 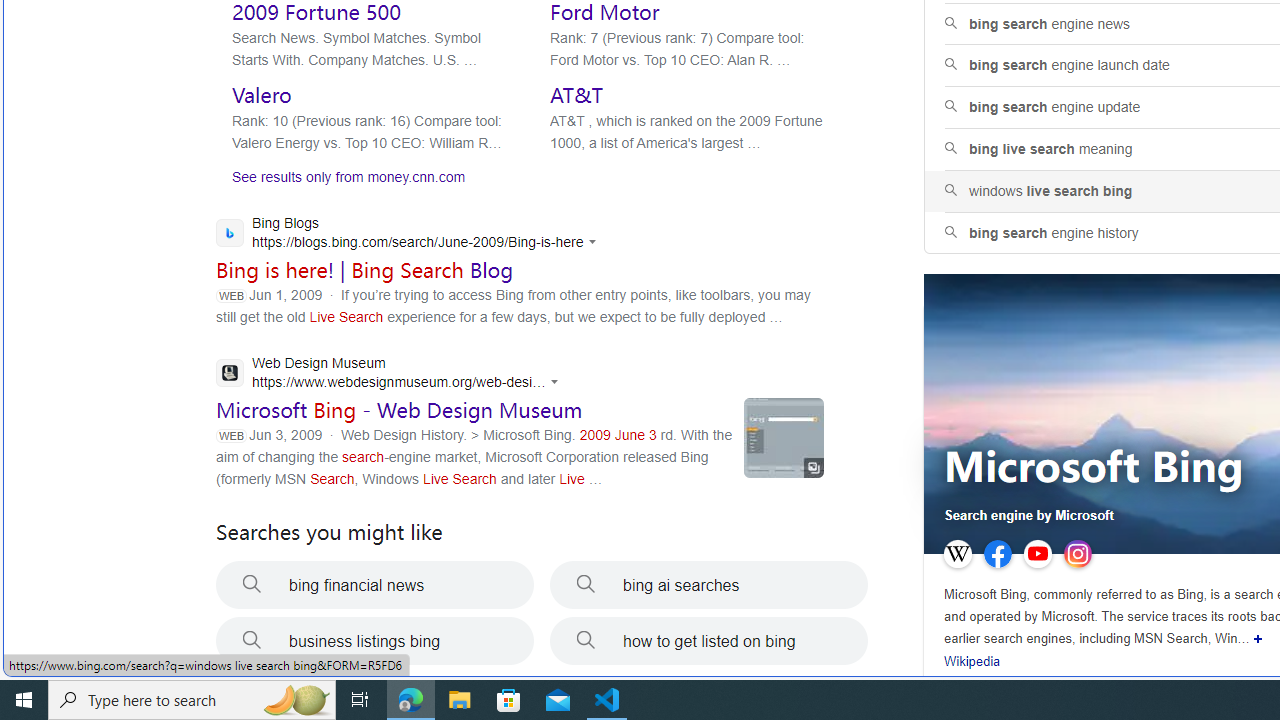 I want to click on 'Show more', so click(x=1257, y=639).